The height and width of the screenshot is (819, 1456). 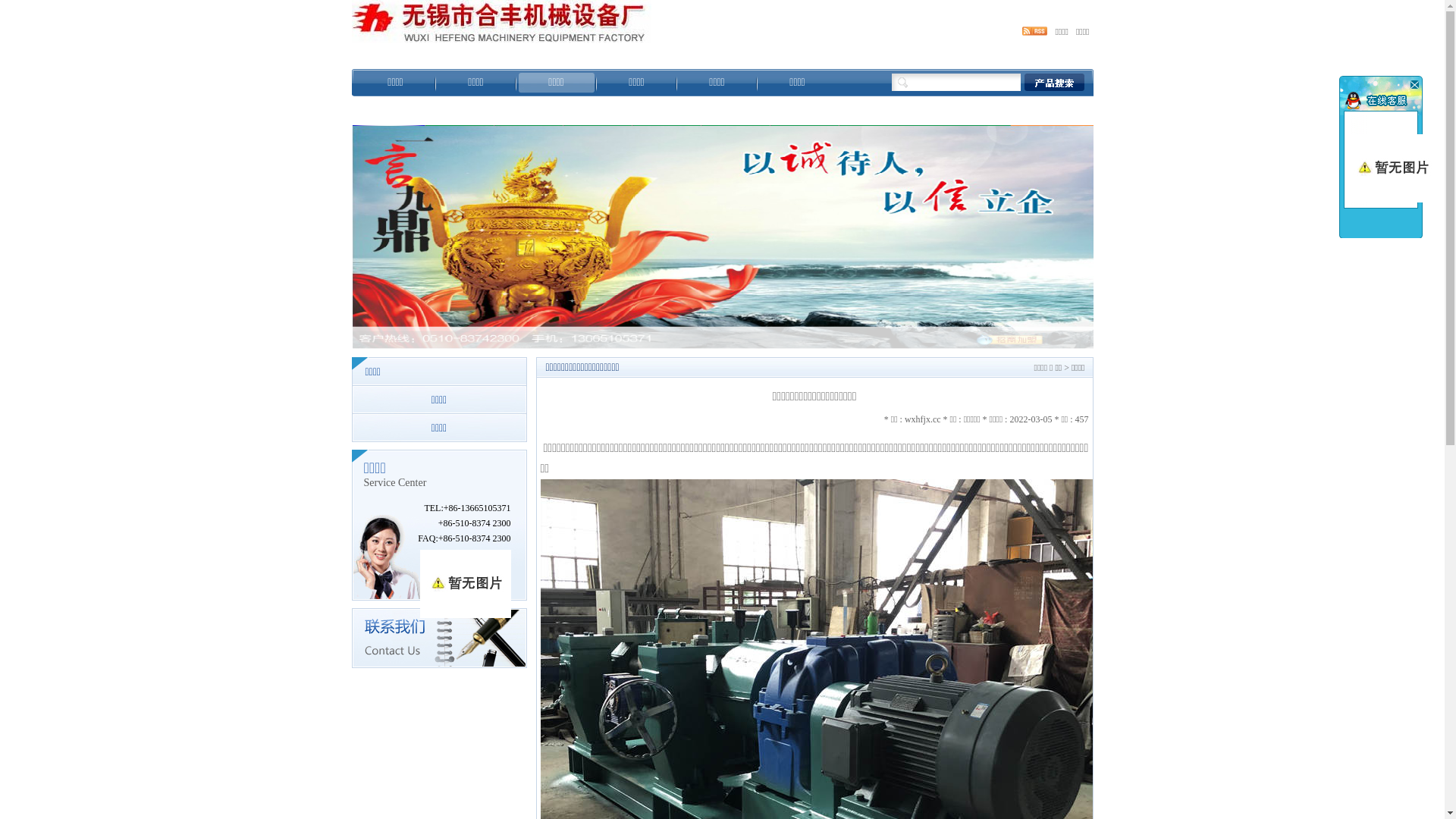 I want to click on ' ', so click(x=1412, y=84).